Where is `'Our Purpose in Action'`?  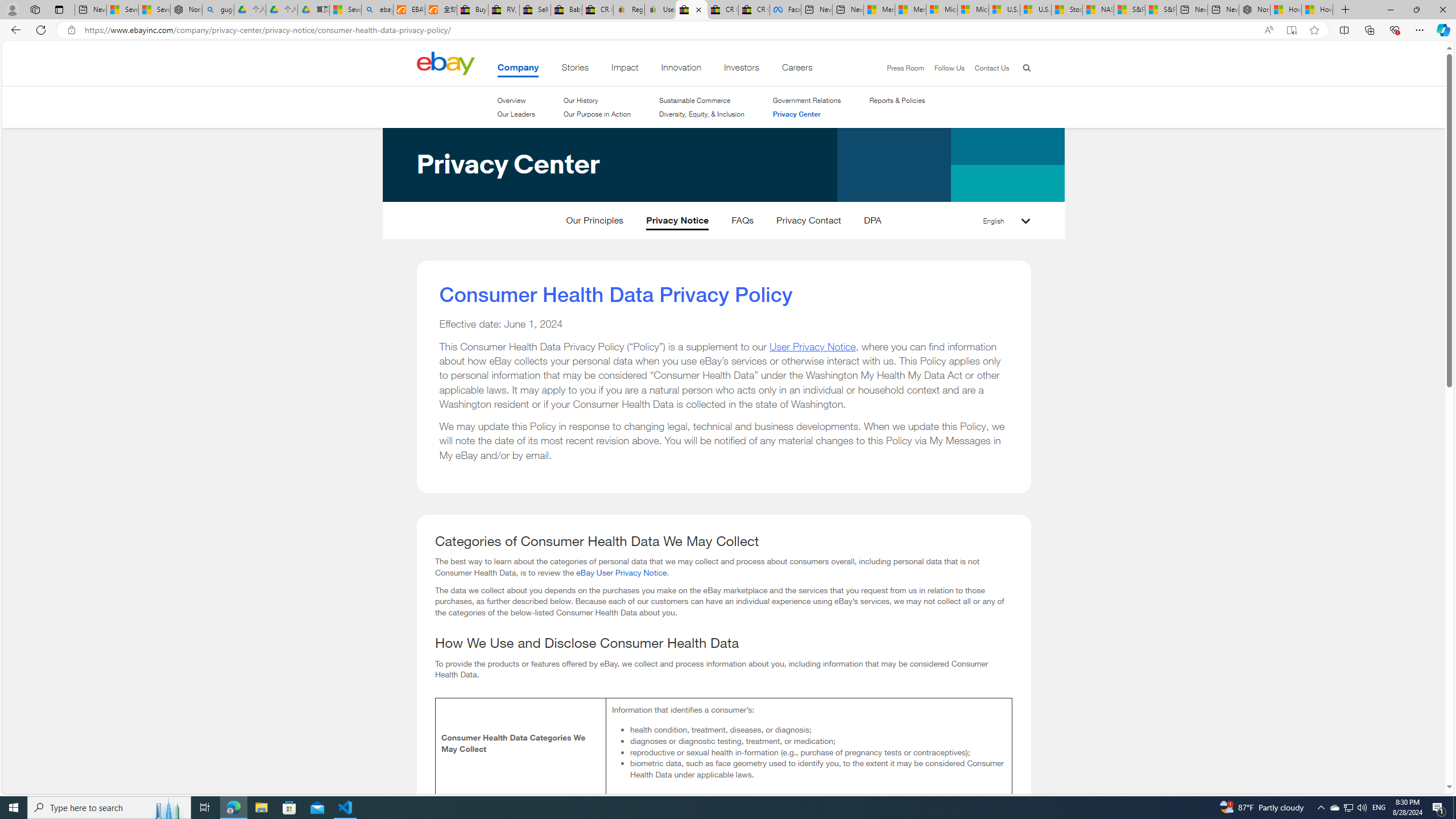 'Our Purpose in Action' is located at coordinates (596, 113).